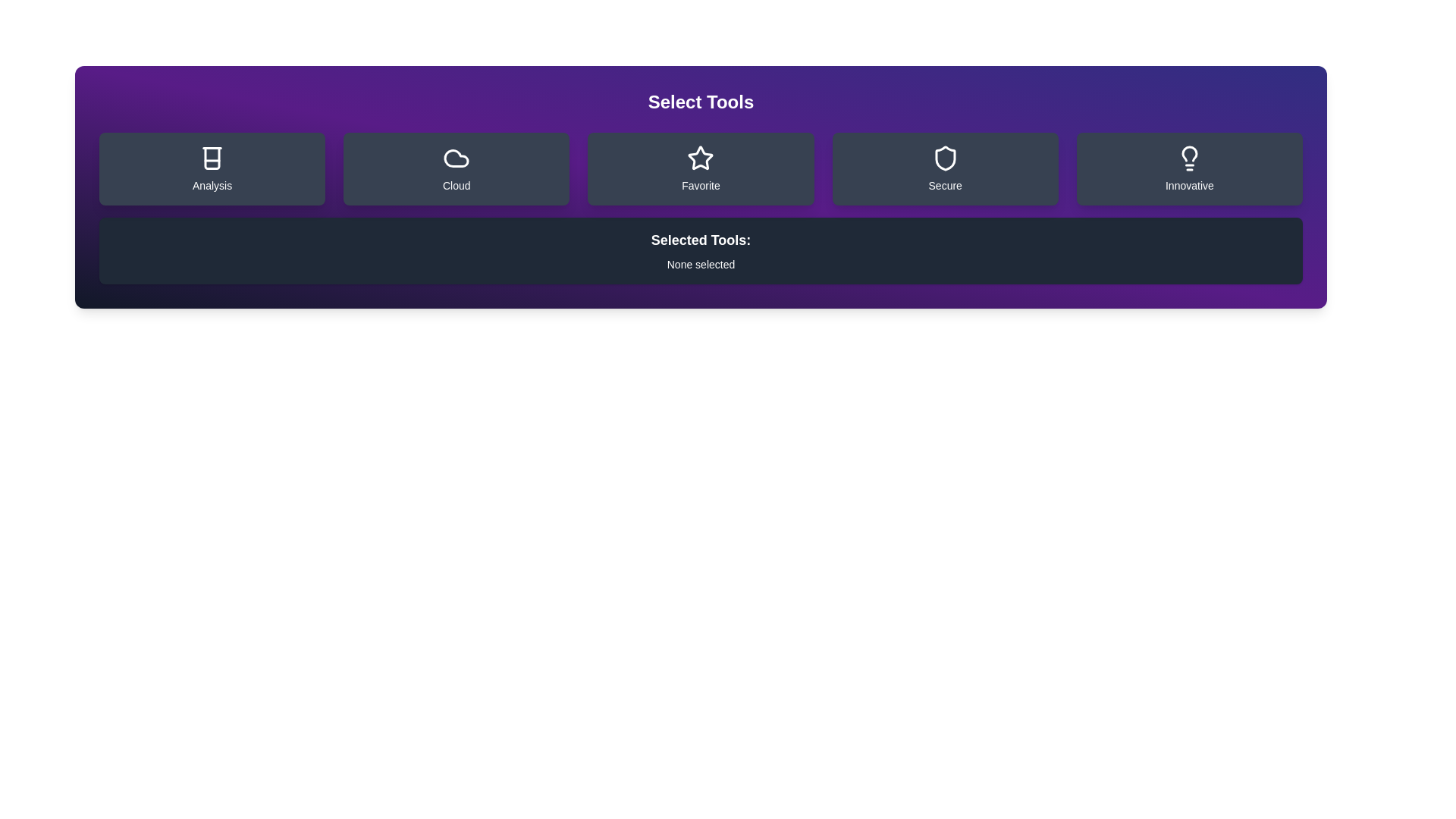 The width and height of the screenshot is (1456, 819). Describe the element at coordinates (700, 239) in the screenshot. I see `the Text Label that signifies the topic or section detailing the tools selected by the user, which is positioned above the sibling element displaying 'None selected'` at that location.